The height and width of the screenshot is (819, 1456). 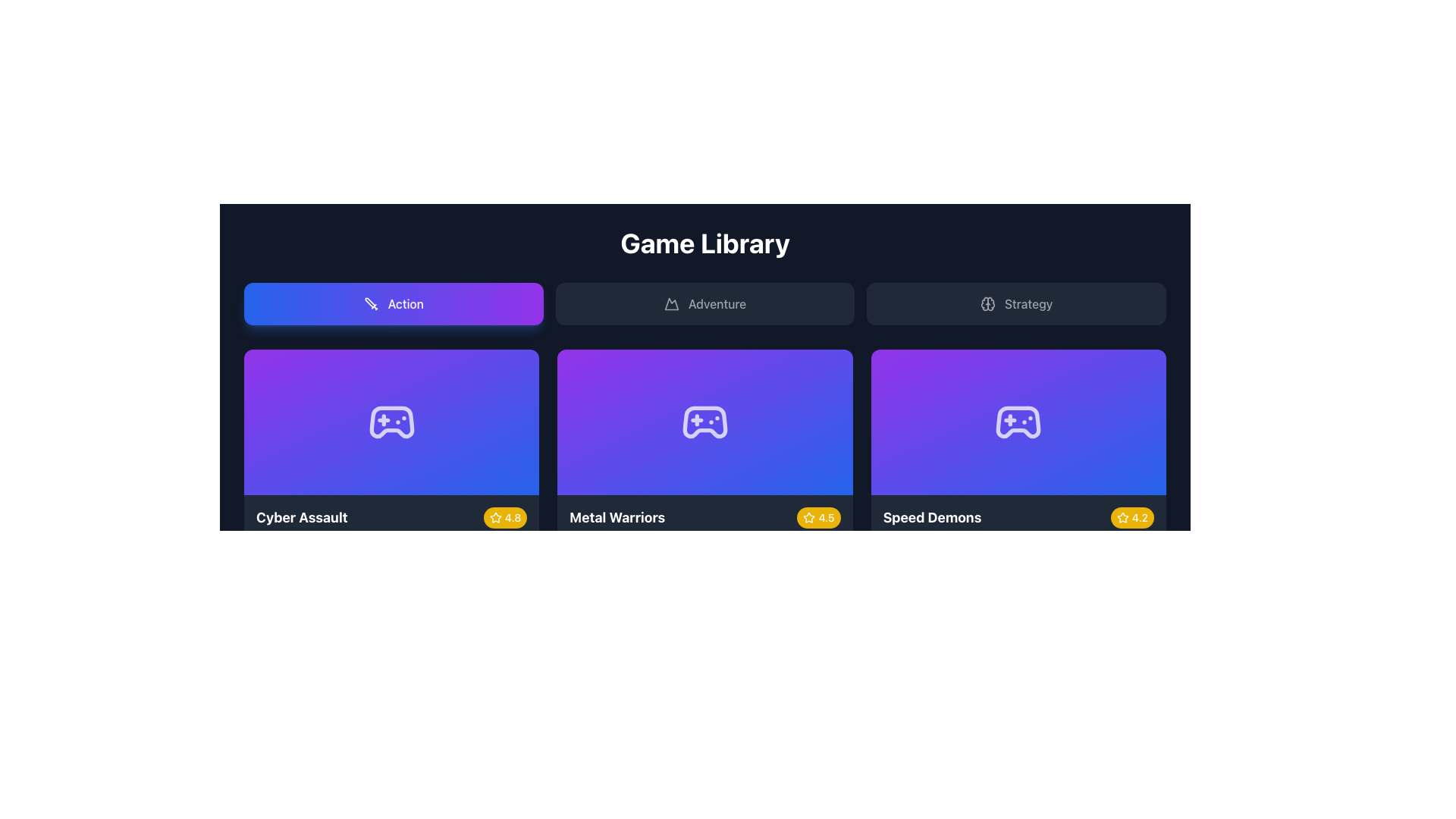 What do you see at coordinates (1140, 516) in the screenshot?
I see `displayed rating text from the text label showing '4.2' in white font, located in the bottom-right corner of the 'Speed Demons' card, within a rounded yellow badge` at bounding box center [1140, 516].